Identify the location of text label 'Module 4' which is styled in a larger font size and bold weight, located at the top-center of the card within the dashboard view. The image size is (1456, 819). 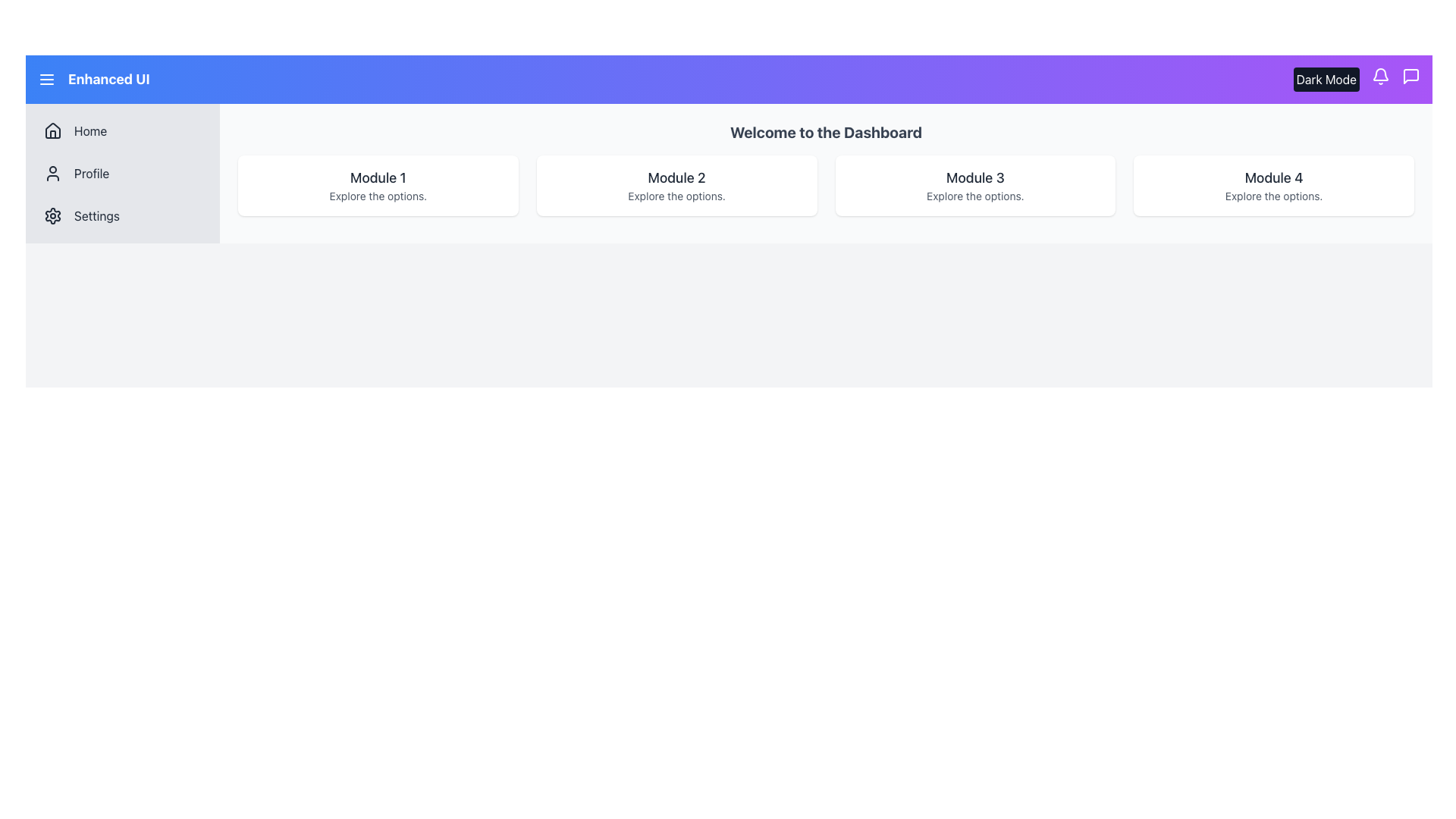
(1274, 177).